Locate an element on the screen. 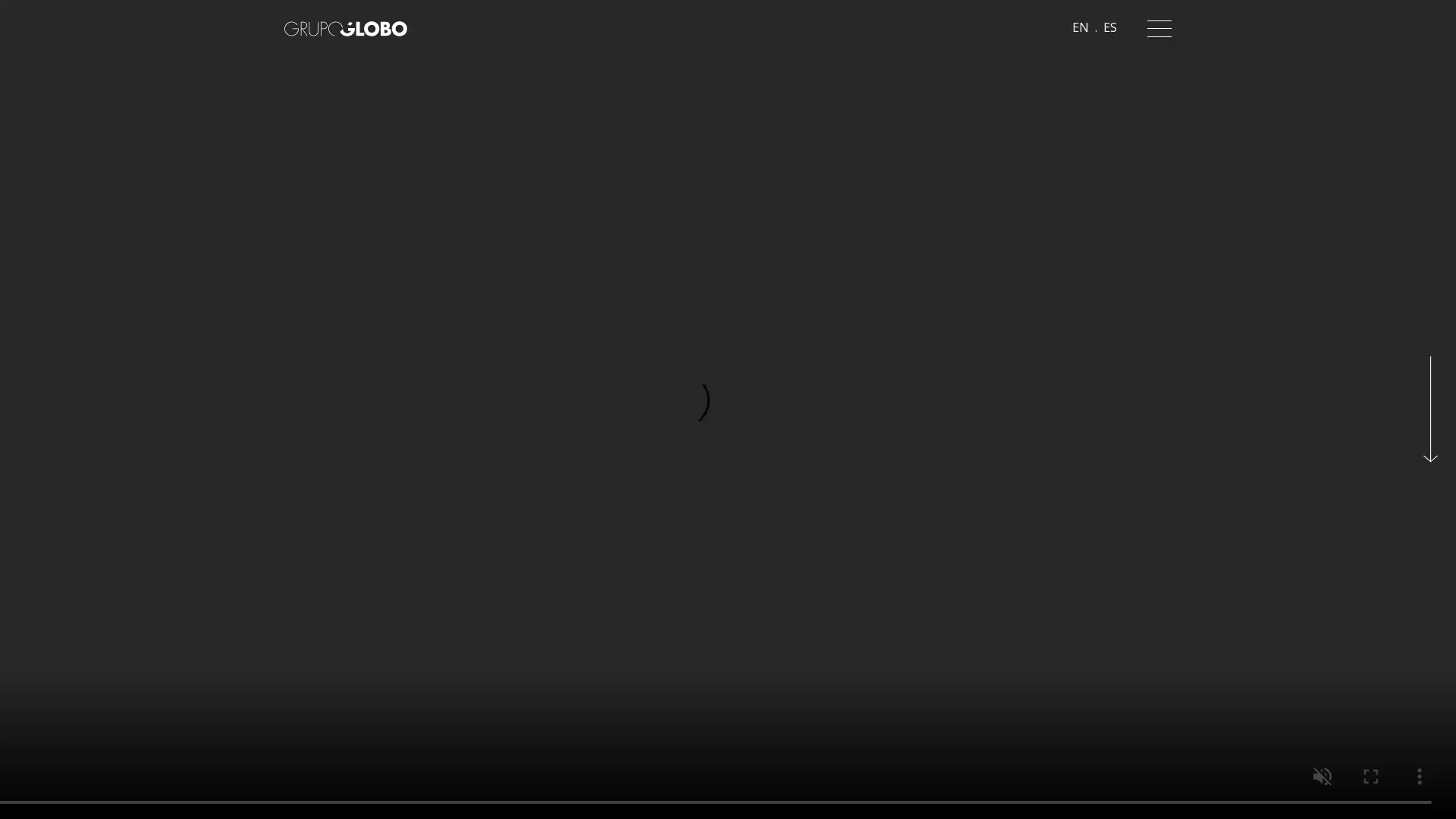  unmute is located at coordinates (1321, 776).